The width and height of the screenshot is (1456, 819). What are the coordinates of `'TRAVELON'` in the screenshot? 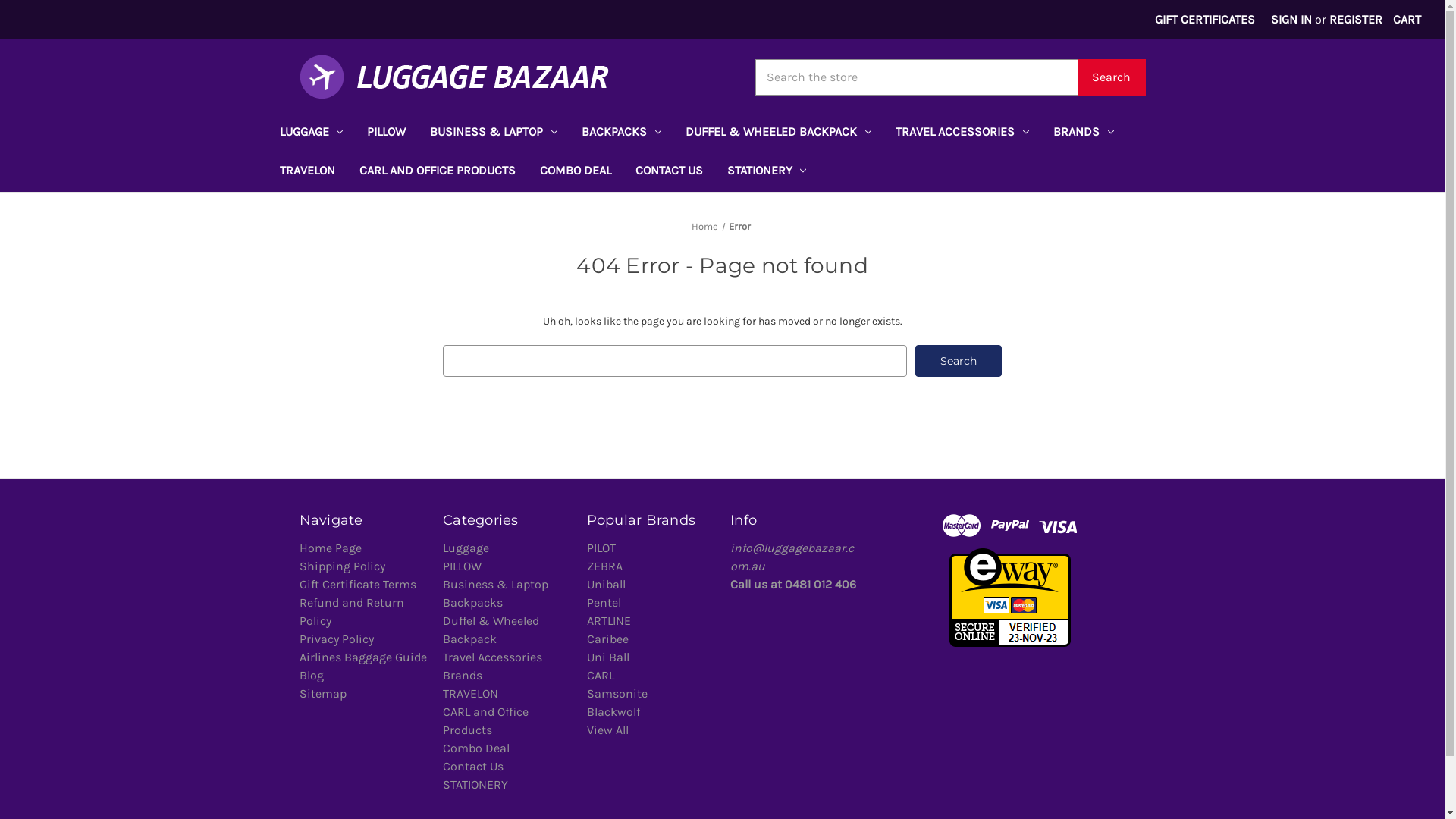 It's located at (306, 171).